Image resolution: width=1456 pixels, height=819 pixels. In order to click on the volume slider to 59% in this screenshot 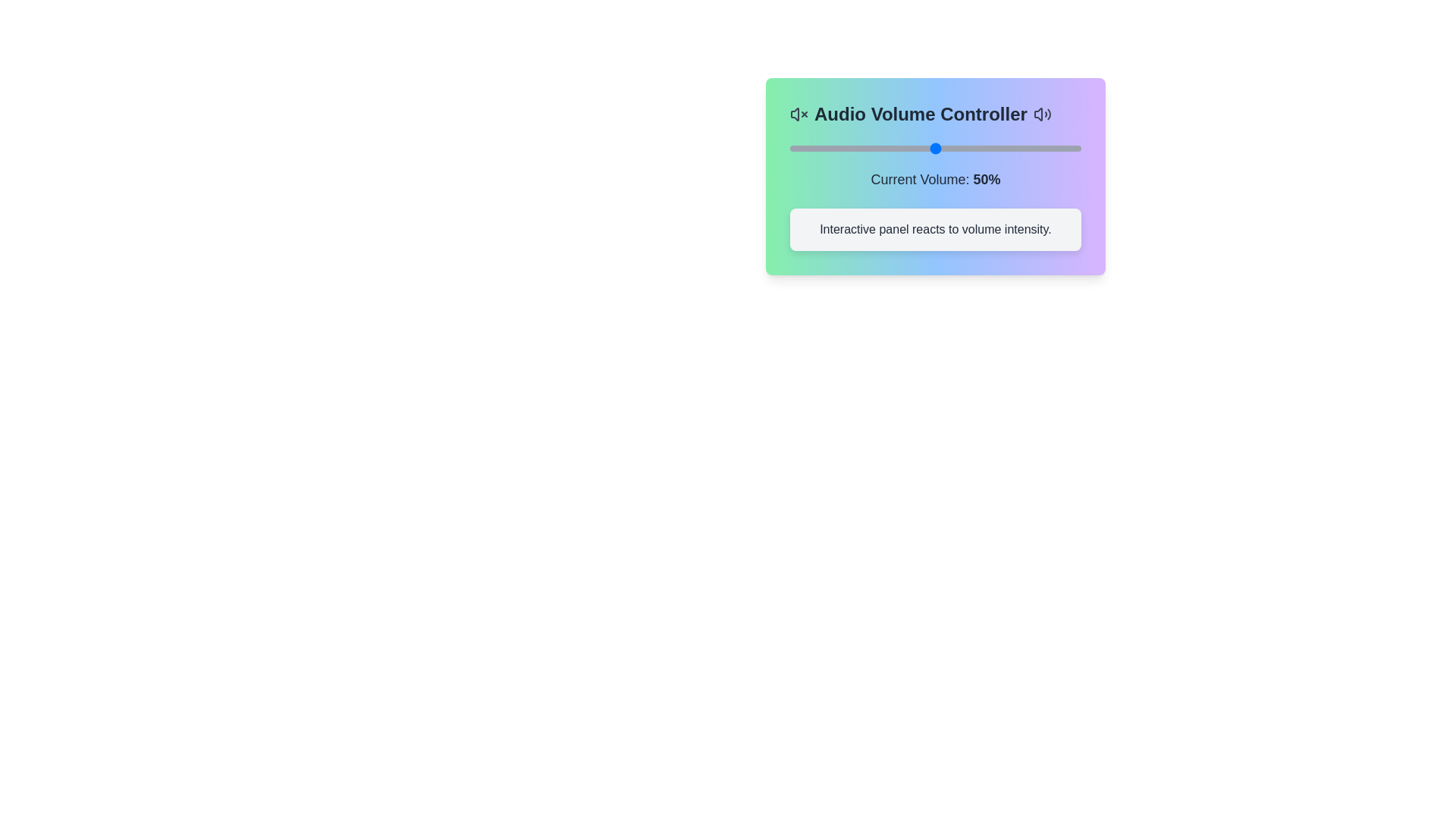, I will do `click(961, 149)`.